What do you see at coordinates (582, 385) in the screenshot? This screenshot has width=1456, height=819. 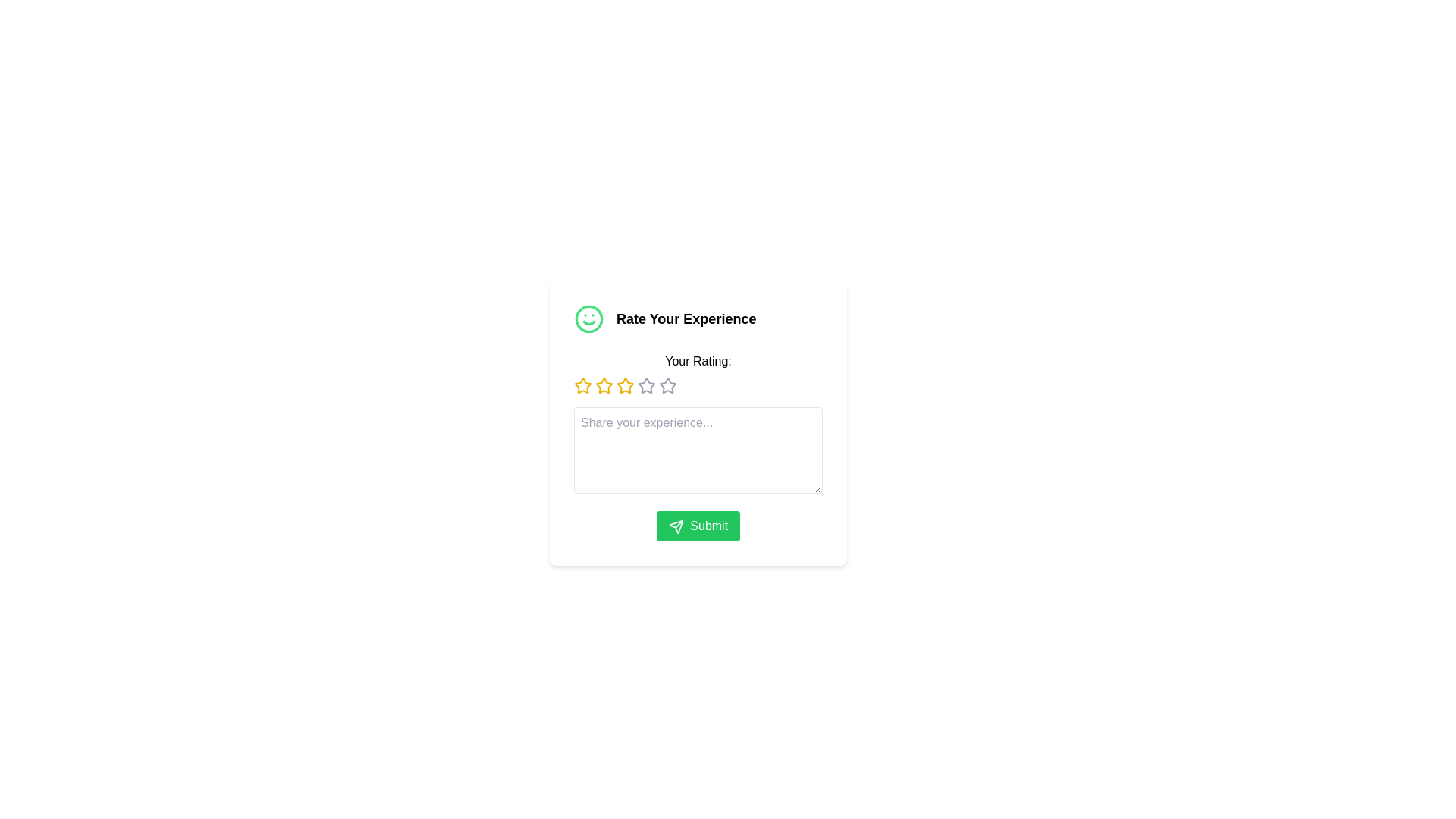 I see `the first star in the Star Rating Icon` at bounding box center [582, 385].